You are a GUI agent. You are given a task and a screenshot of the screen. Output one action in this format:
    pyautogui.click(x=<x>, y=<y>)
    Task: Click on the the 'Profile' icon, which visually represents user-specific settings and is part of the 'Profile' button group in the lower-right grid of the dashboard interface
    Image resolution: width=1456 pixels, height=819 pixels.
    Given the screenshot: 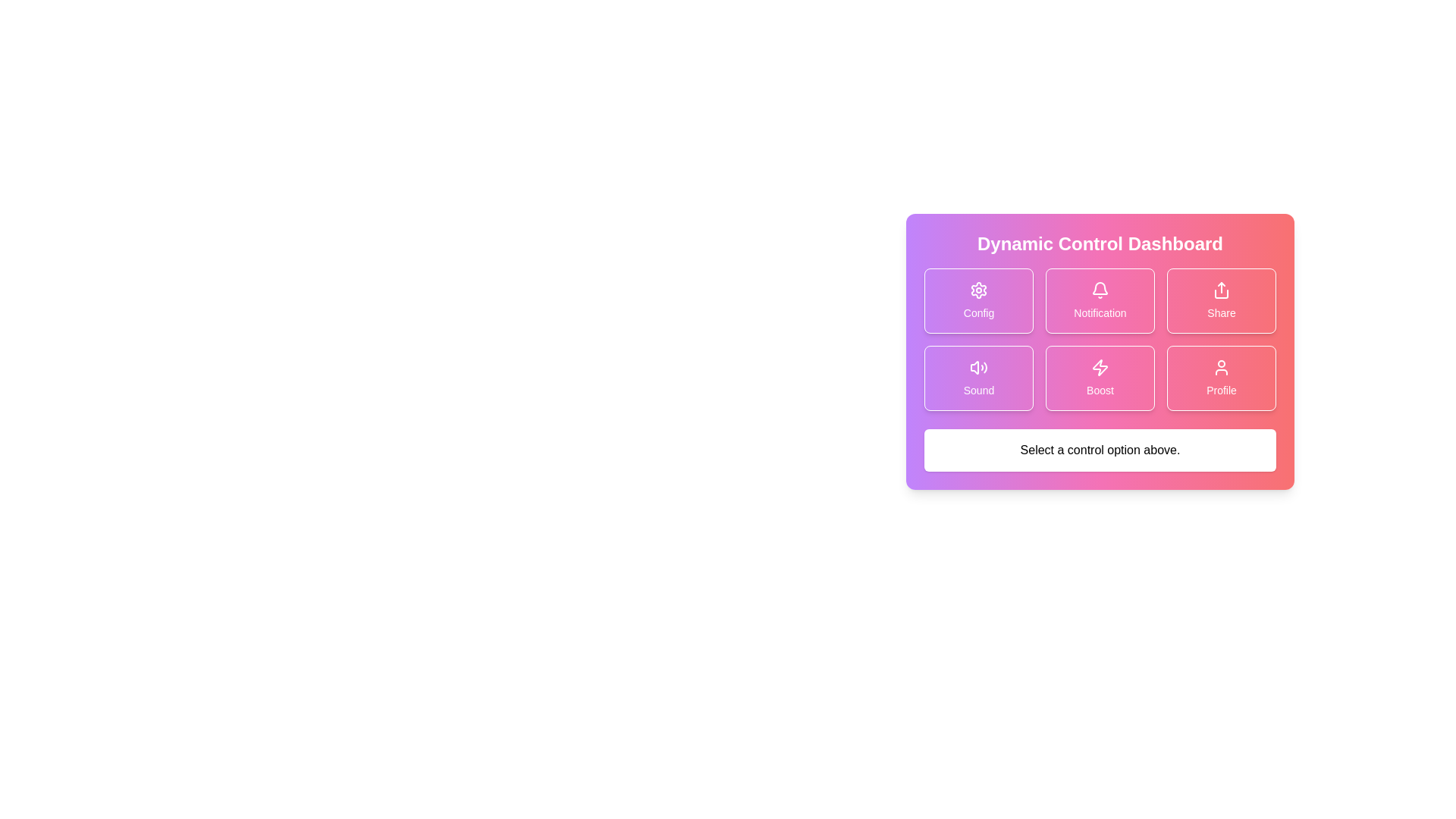 What is the action you would take?
    pyautogui.click(x=1222, y=368)
    